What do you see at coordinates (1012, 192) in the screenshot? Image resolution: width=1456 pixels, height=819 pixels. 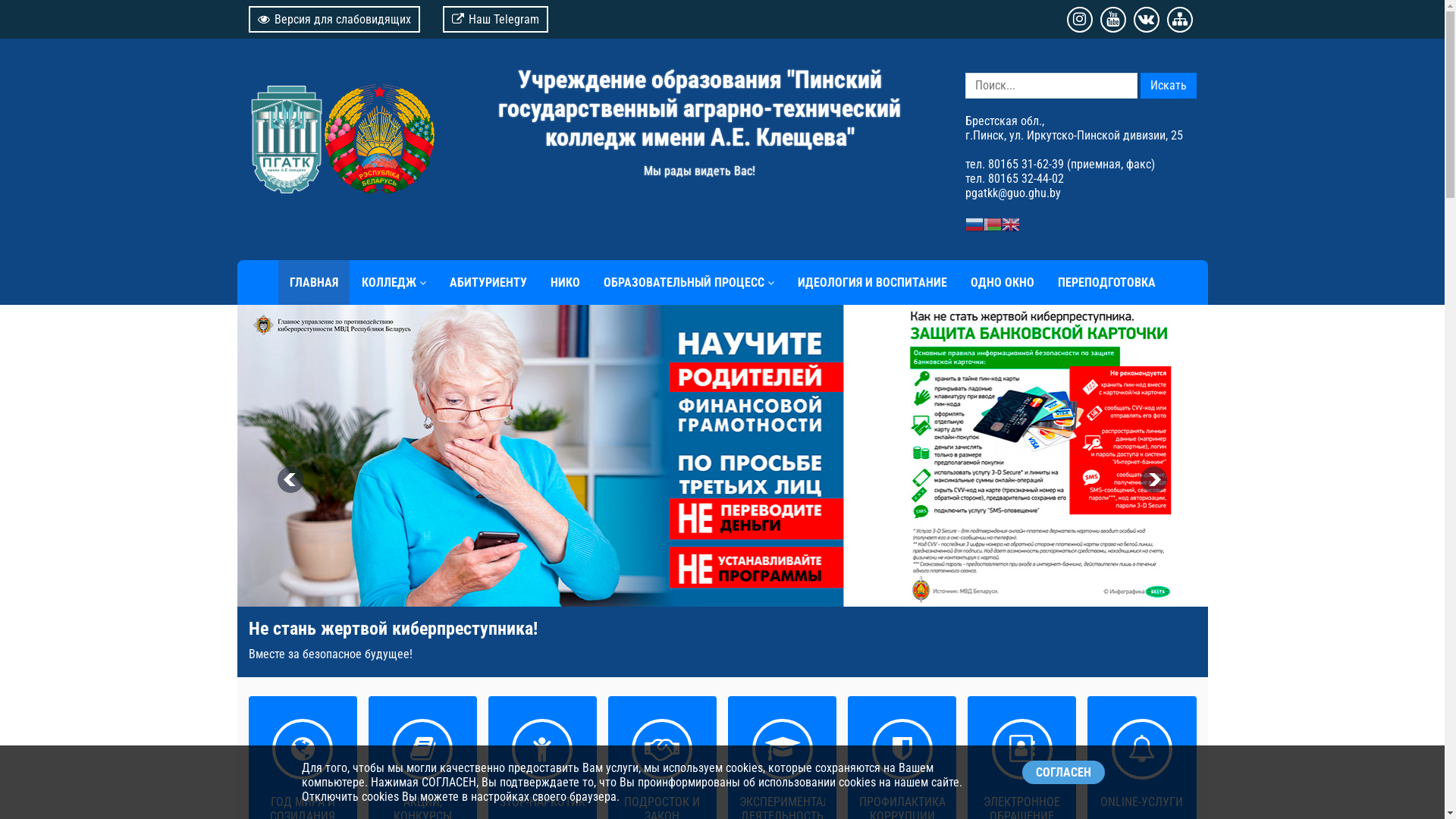 I see `'pgatkk@guo.ghu.by'` at bounding box center [1012, 192].